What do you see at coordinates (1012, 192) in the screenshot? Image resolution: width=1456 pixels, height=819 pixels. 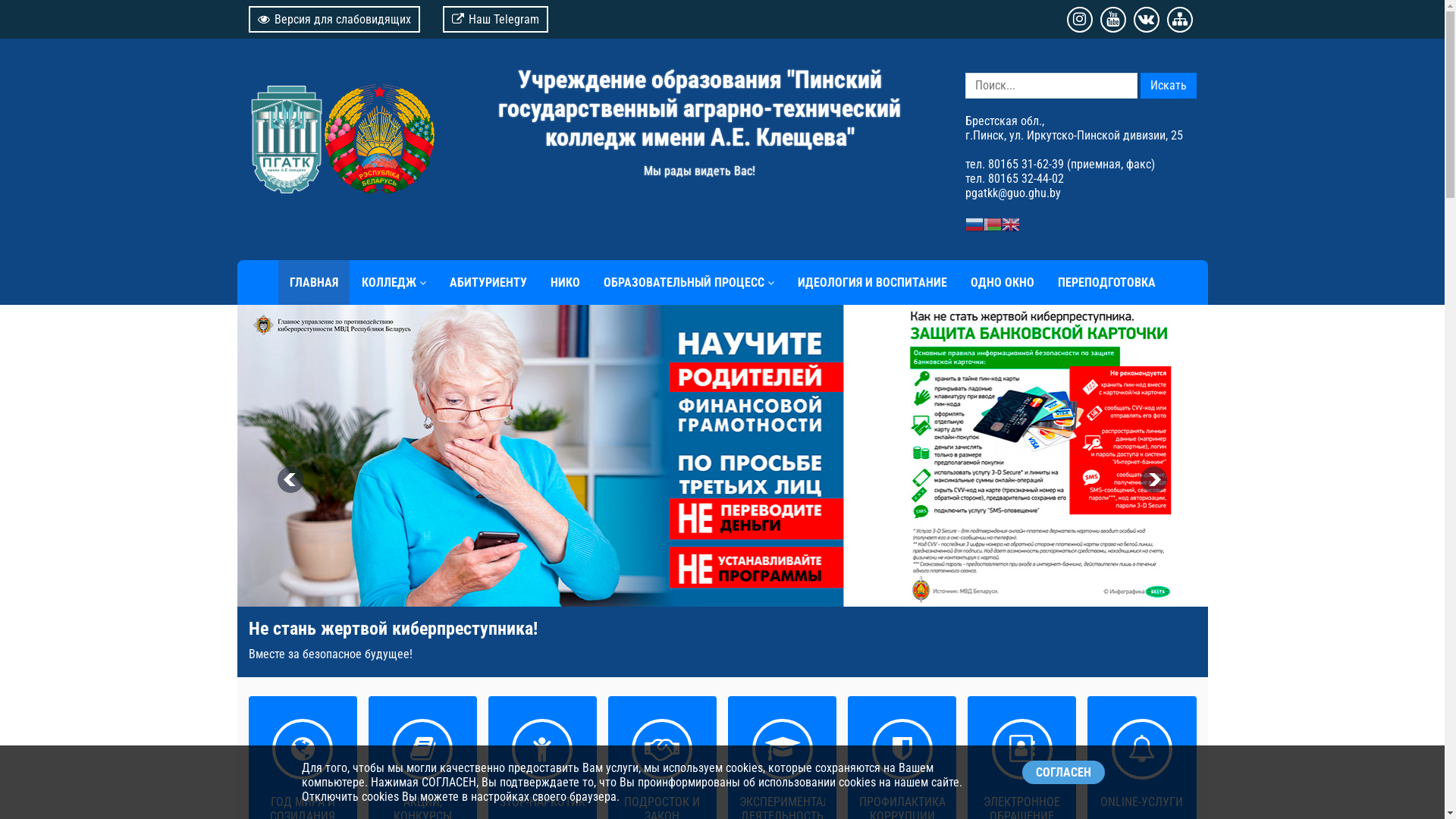 I see `'pgatkk@guo.ghu.by'` at bounding box center [1012, 192].